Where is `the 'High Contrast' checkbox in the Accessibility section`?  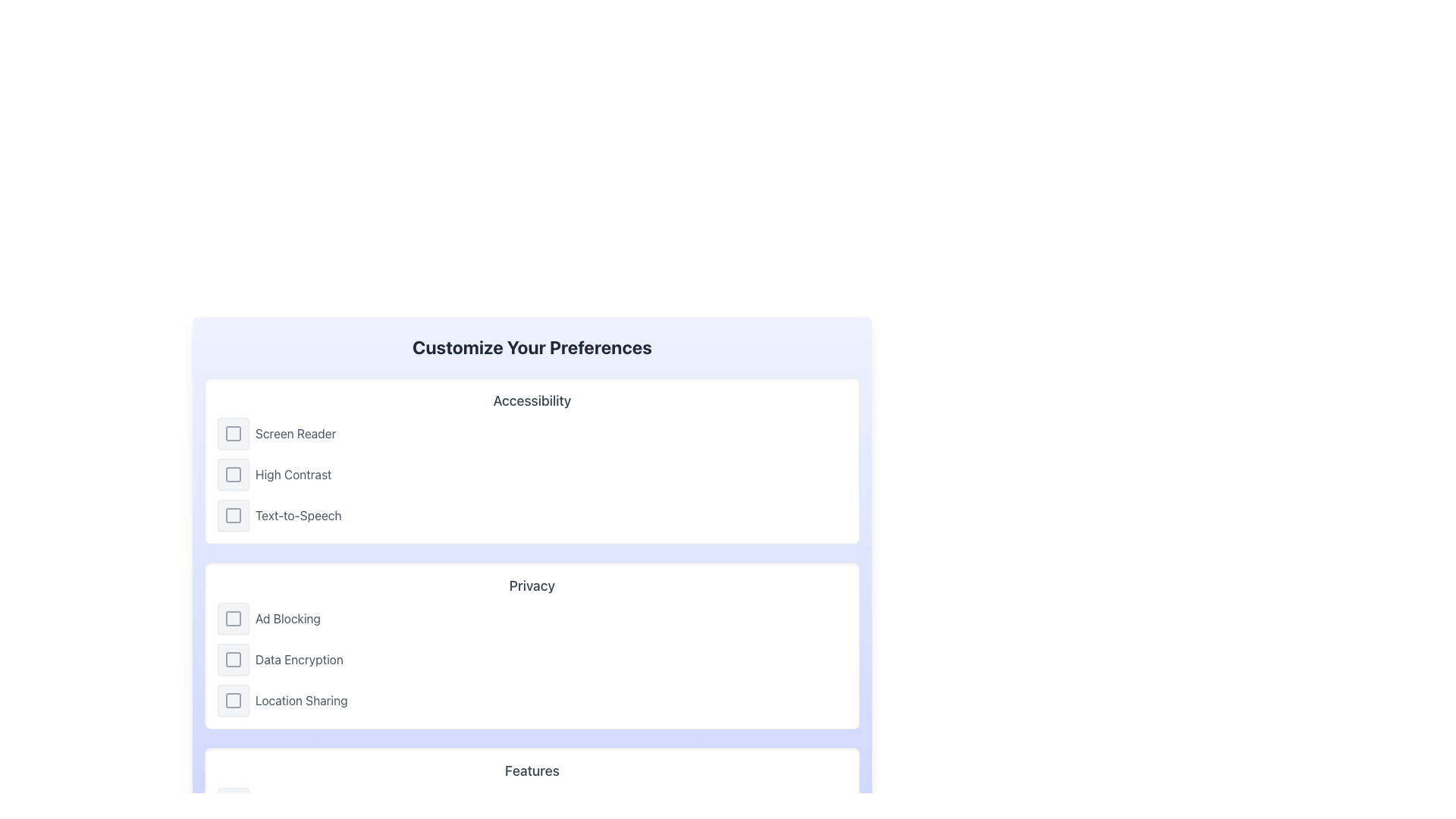 the 'High Contrast' checkbox in the Accessibility section is located at coordinates (232, 473).